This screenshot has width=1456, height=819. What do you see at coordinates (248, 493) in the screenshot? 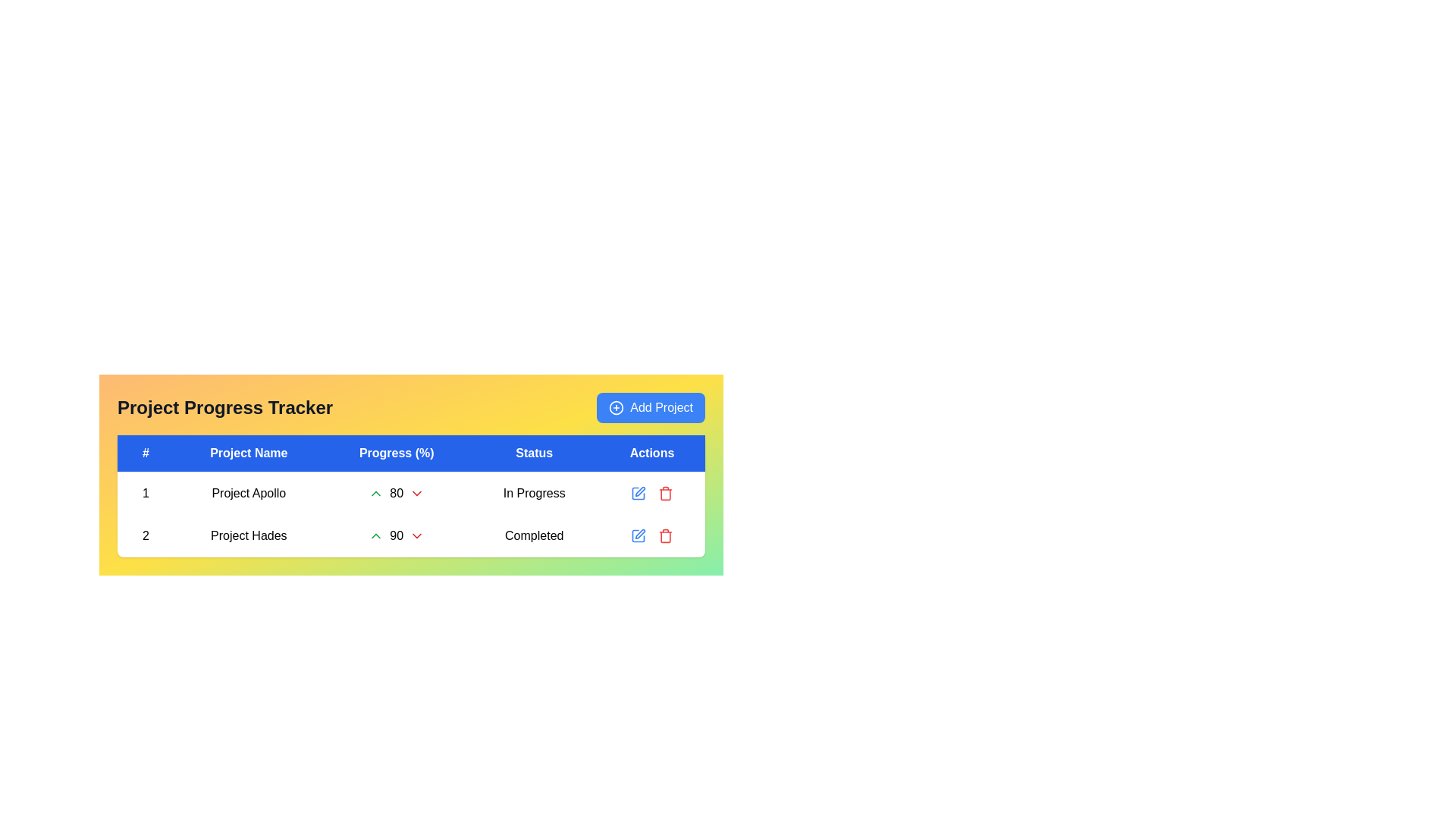
I see `the text 'Project Apollo' from the Static Text element located in the 'Project Name' column of the first project entry` at bounding box center [248, 493].